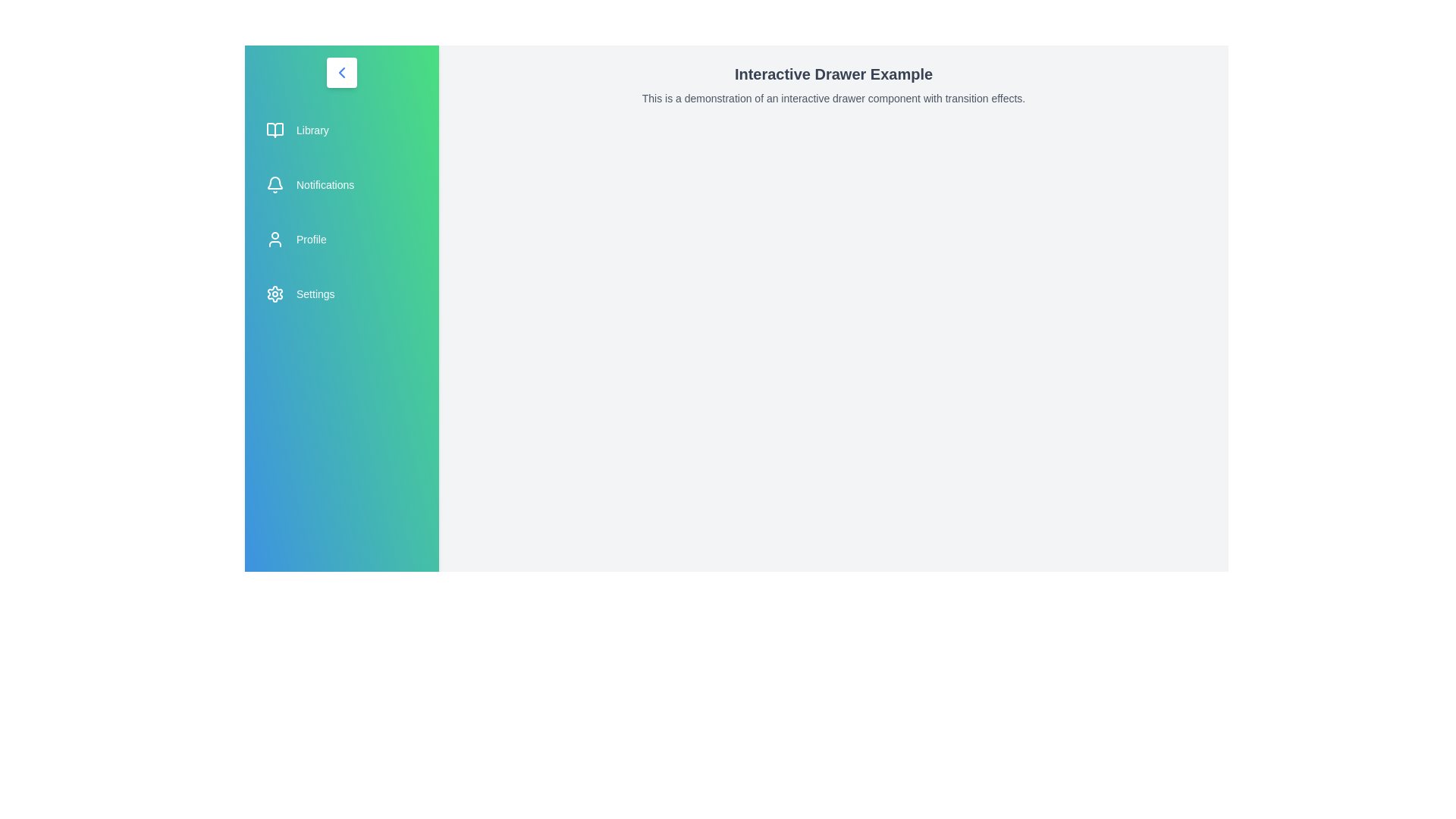 The image size is (1456, 819). What do you see at coordinates (341, 130) in the screenshot?
I see `the menu item labeled 'Library' to navigate or trigger its associated action` at bounding box center [341, 130].